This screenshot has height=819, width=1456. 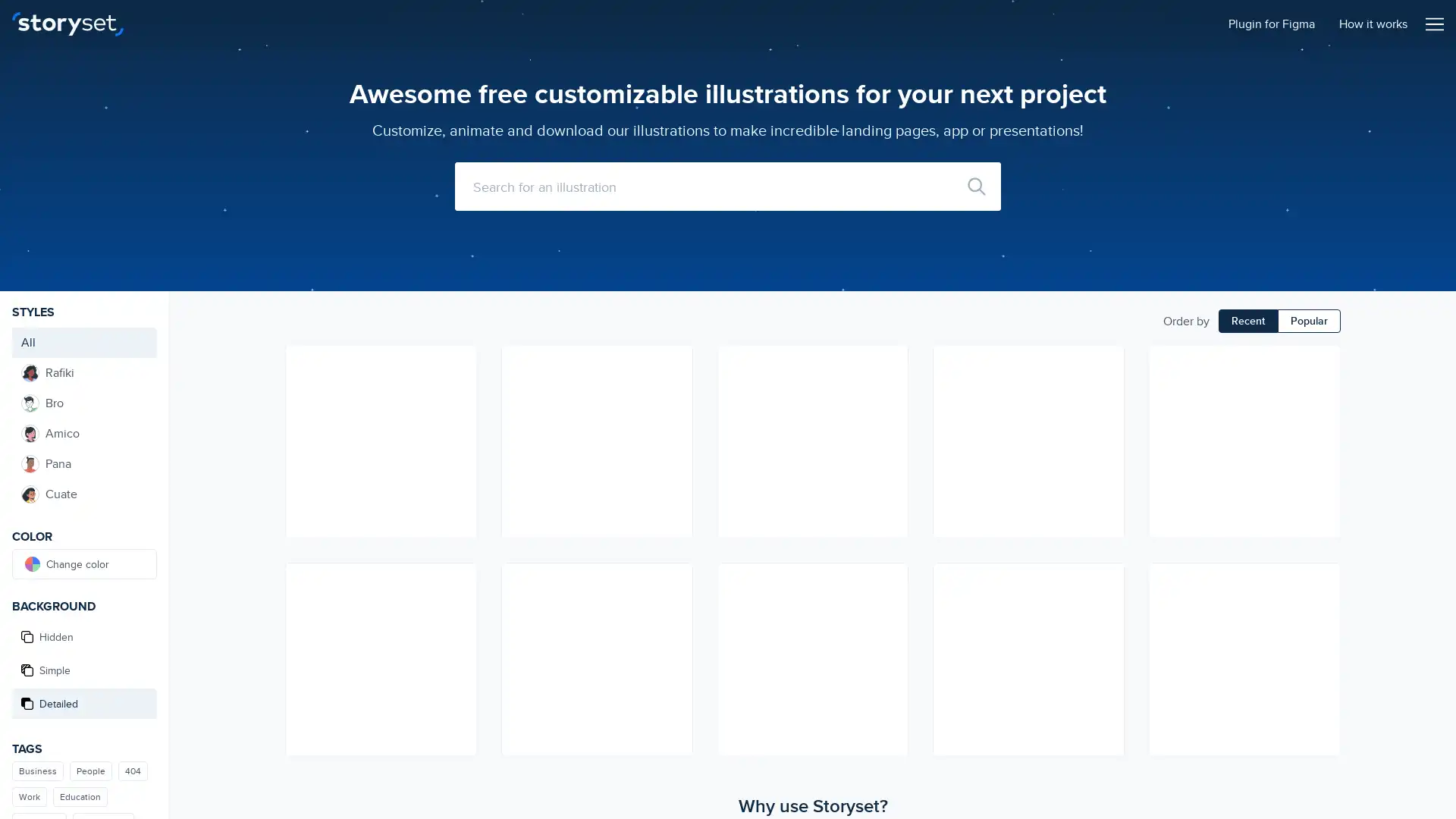 What do you see at coordinates (1320, 635) in the screenshot?
I see `Pinterest icon Save` at bounding box center [1320, 635].